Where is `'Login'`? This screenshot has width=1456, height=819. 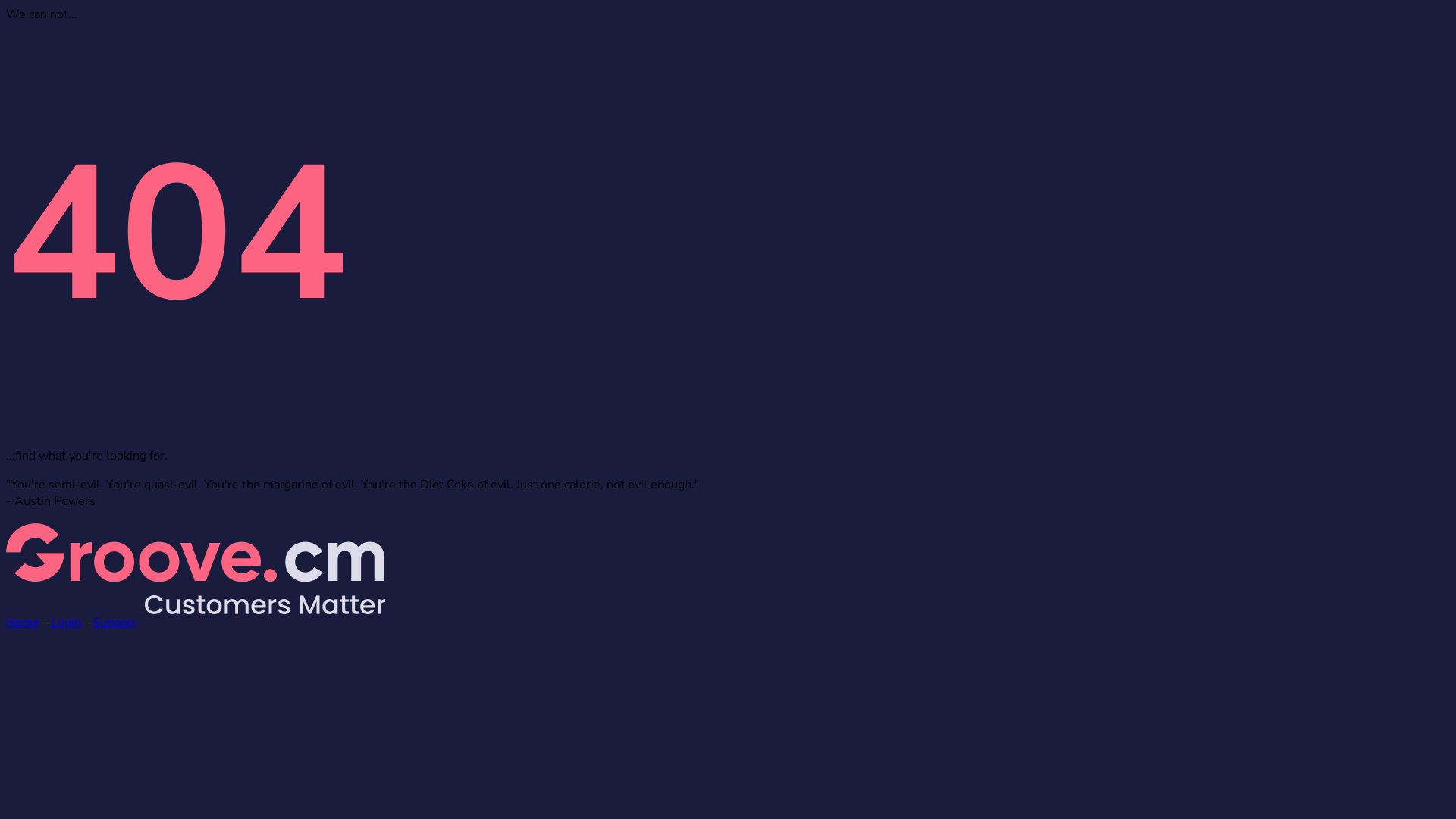
'Login' is located at coordinates (64, 623).